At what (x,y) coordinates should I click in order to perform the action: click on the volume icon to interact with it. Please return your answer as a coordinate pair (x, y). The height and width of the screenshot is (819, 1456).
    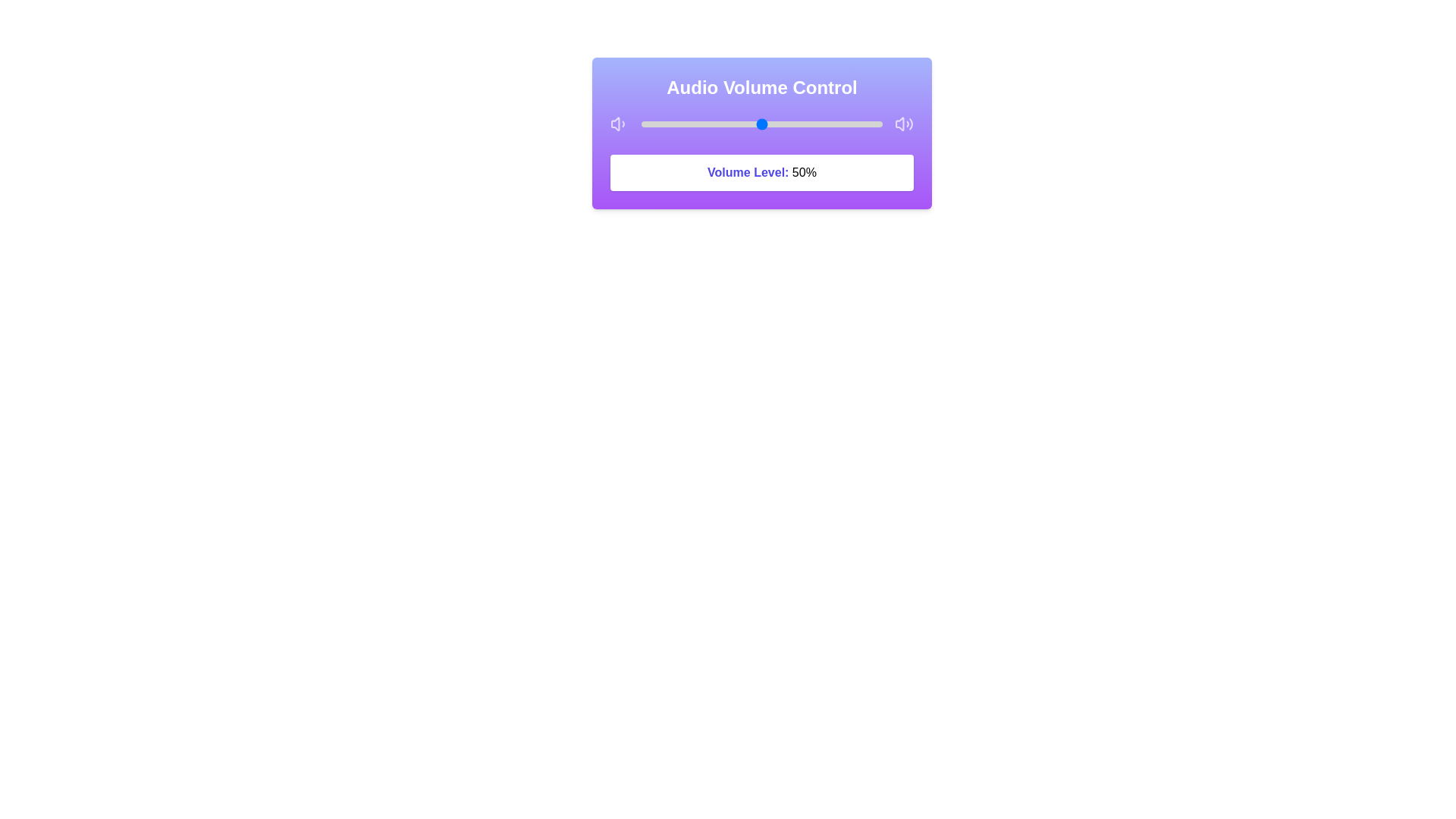
    Looking at the image, I should click on (619, 124).